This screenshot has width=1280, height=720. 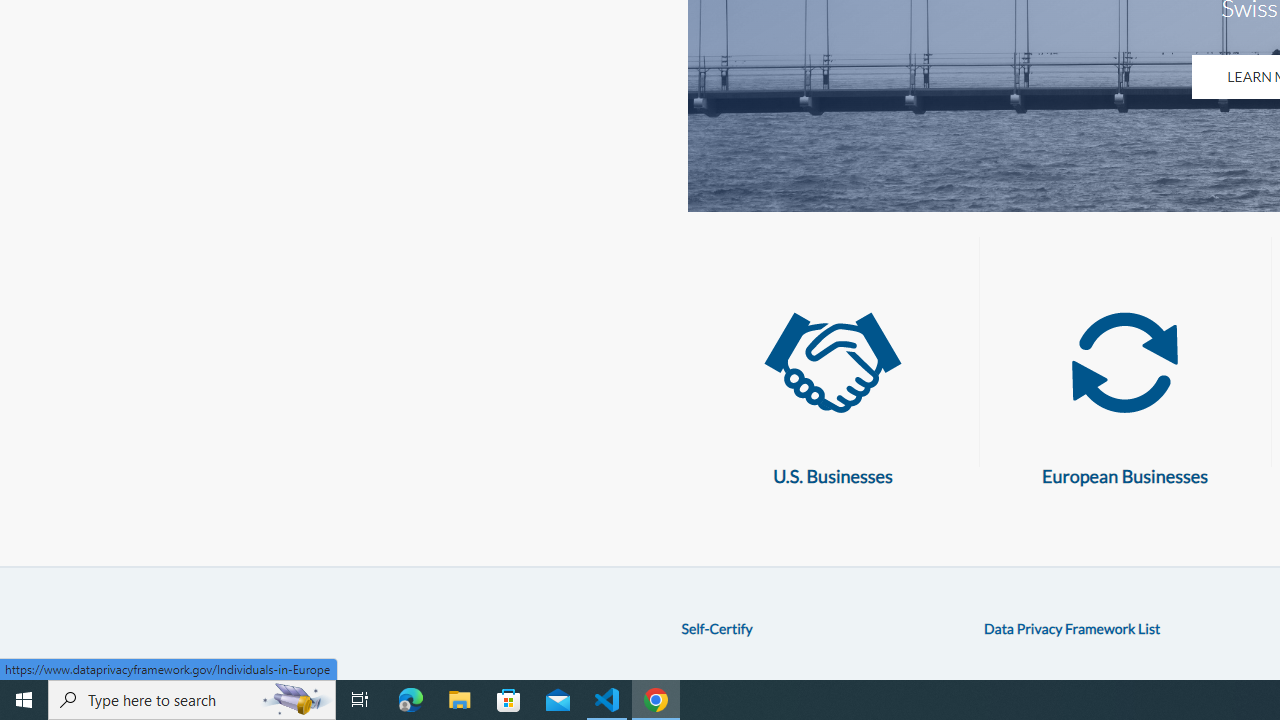 What do you see at coordinates (1125, 363) in the screenshot?
I see `'European Businesses'` at bounding box center [1125, 363].